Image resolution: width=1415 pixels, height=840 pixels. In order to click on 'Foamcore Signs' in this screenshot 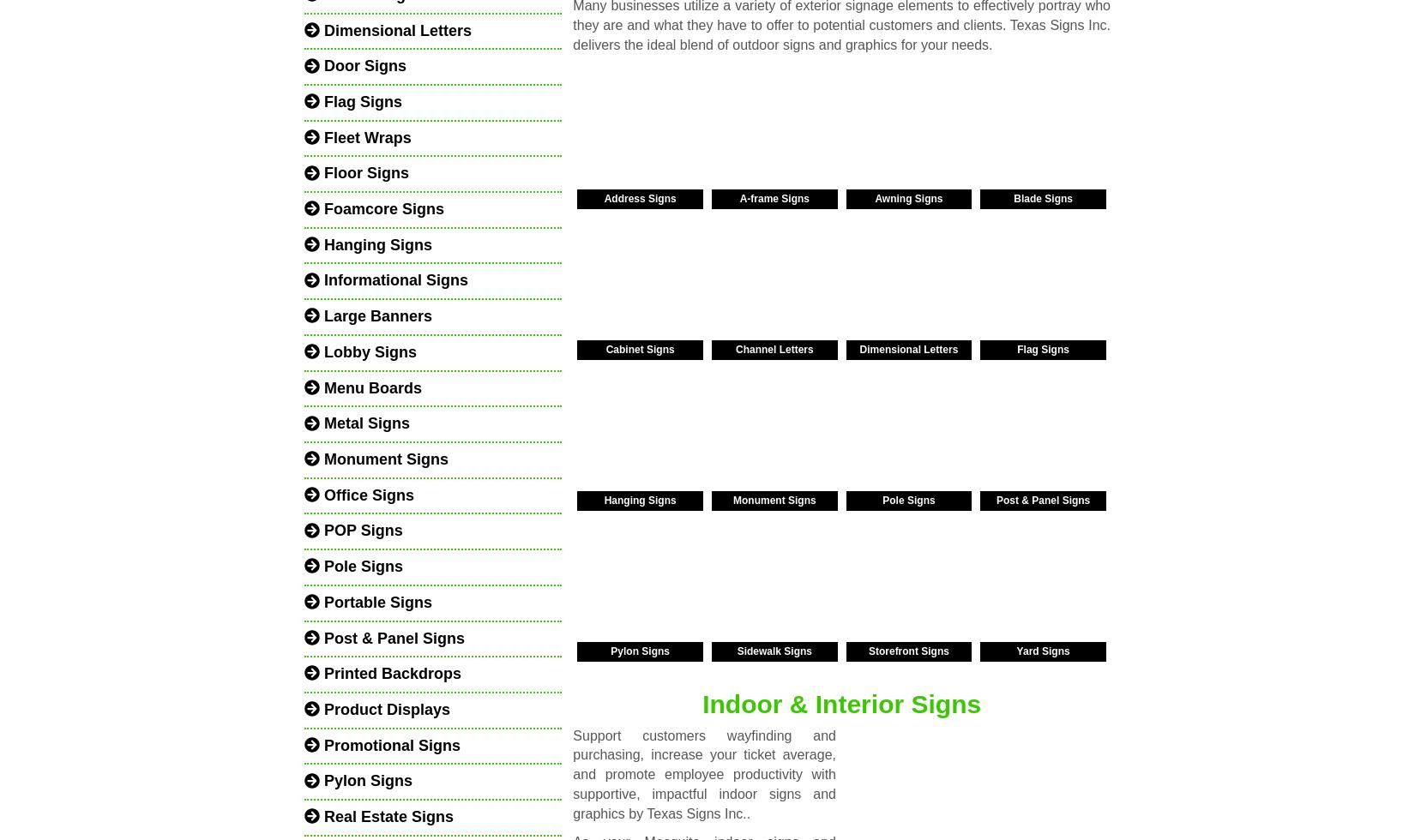, I will do `click(381, 209)`.